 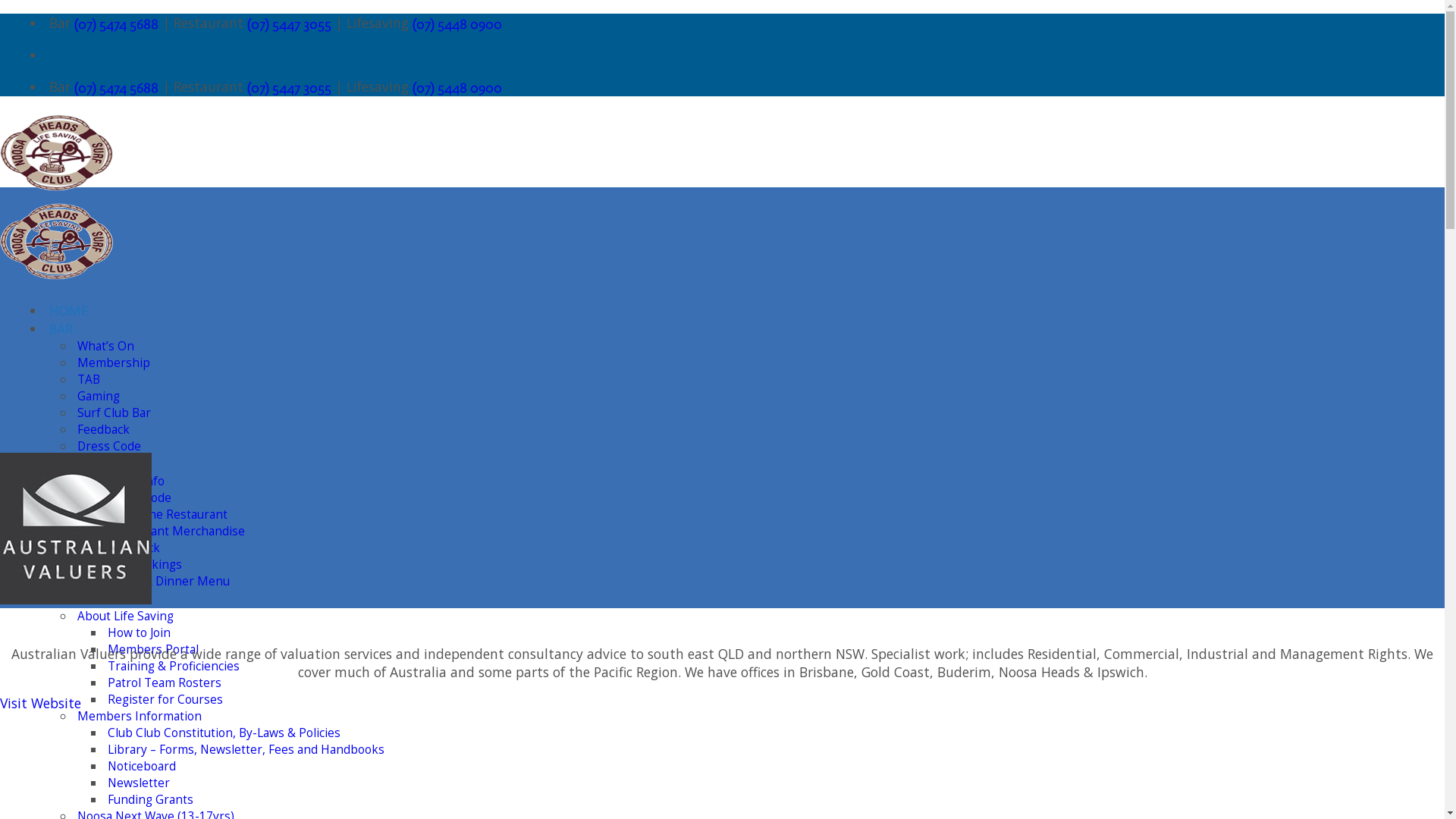 What do you see at coordinates (49, 328) in the screenshot?
I see `'BAR'` at bounding box center [49, 328].